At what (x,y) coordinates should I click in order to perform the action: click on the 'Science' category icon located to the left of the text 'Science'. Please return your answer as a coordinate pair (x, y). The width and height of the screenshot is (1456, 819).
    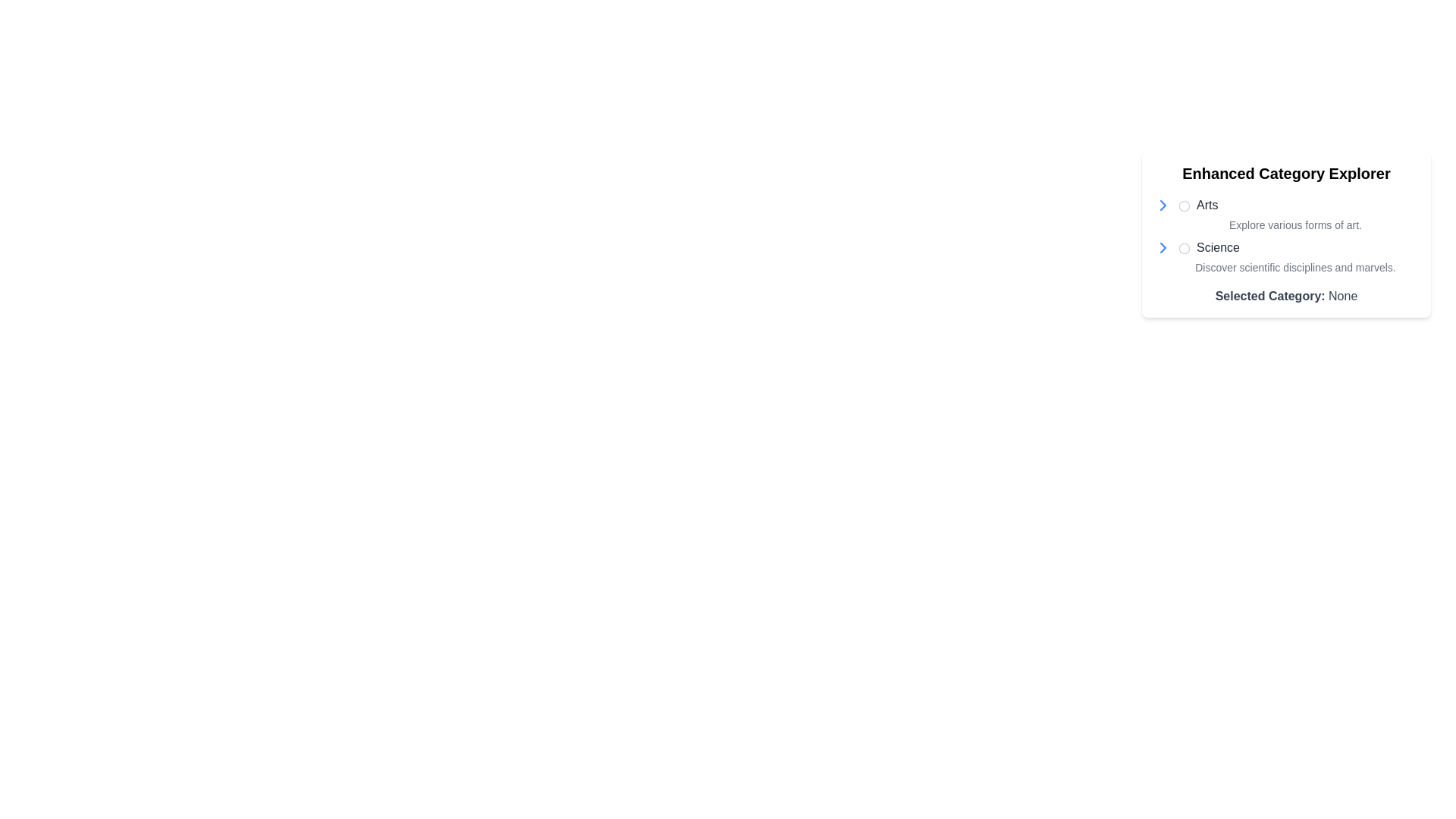
    Looking at the image, I should click on (1163, 247).